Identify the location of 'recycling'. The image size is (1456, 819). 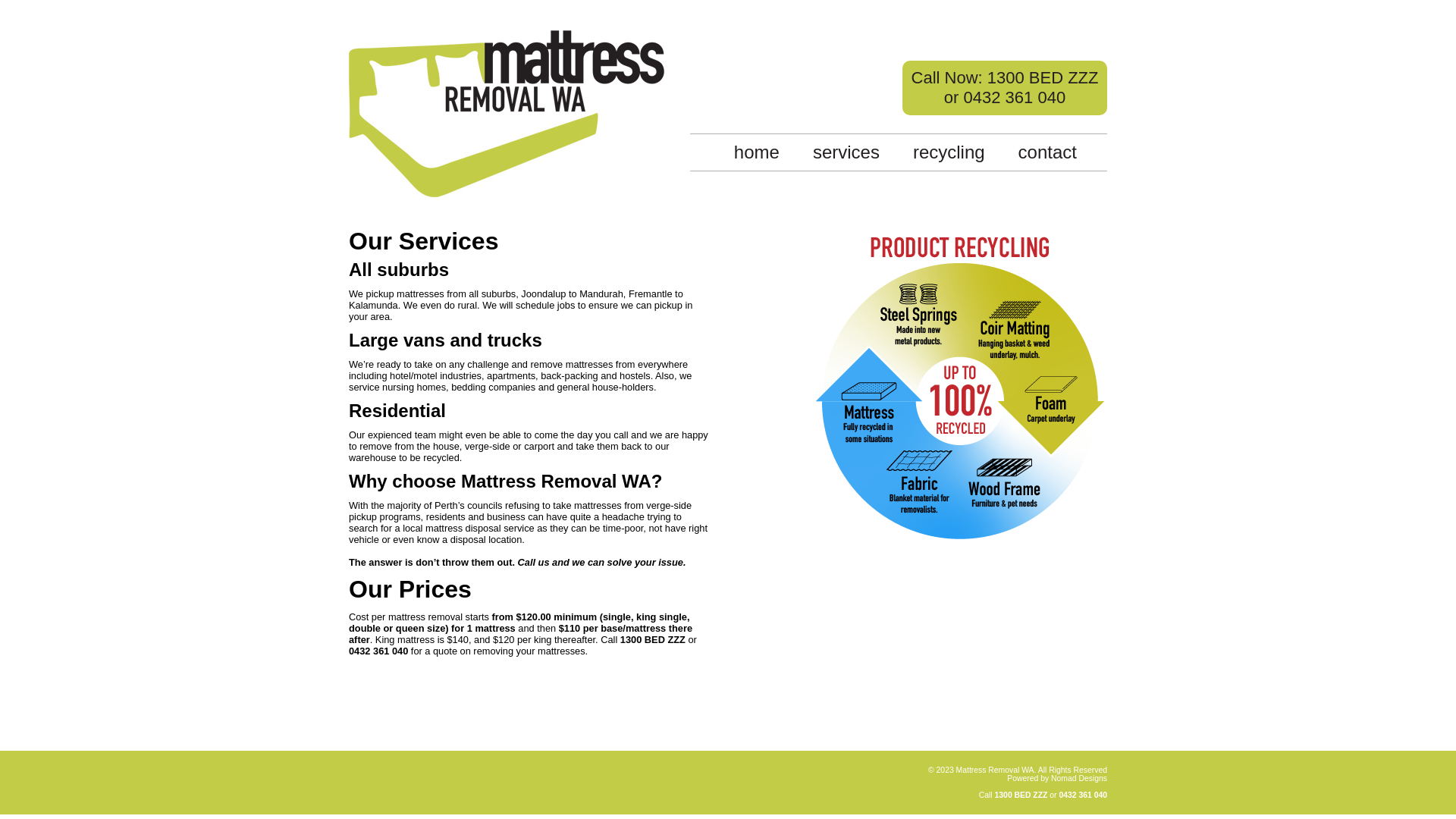
(948, 152).